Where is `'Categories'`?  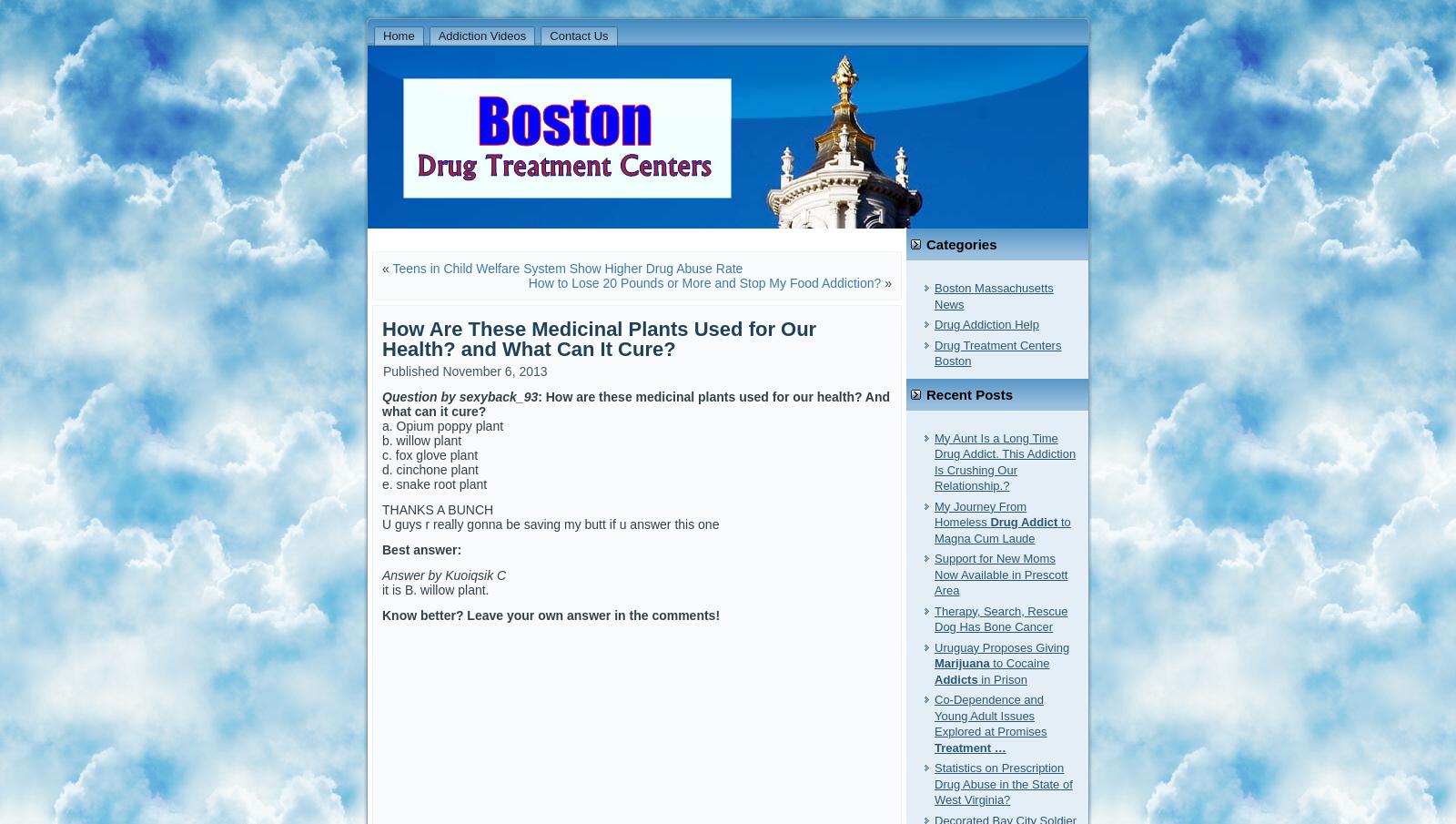 'Categories' is located at coordinates (961, 244).